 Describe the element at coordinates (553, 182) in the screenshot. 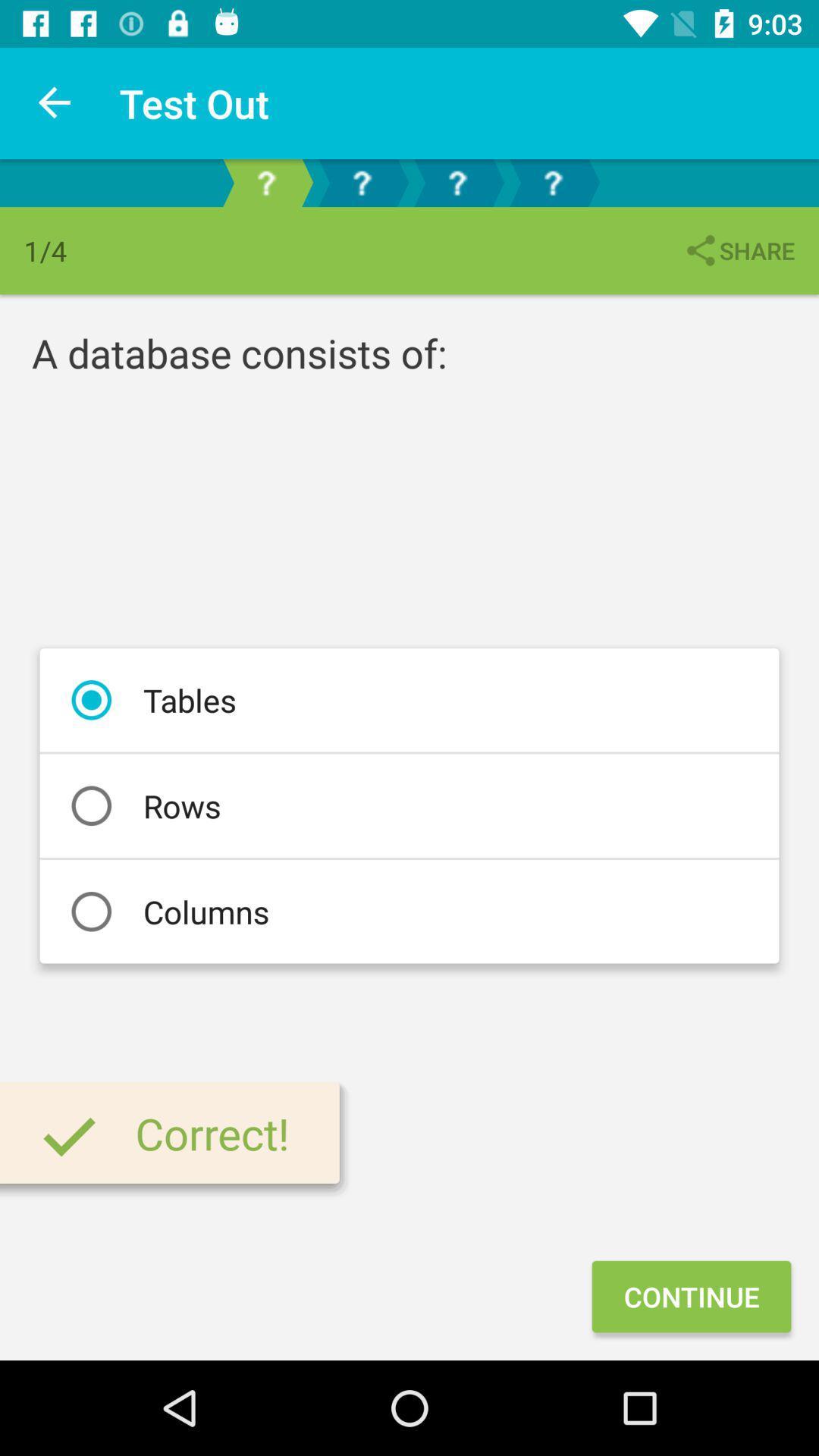

I see `question 4/4` at that location.